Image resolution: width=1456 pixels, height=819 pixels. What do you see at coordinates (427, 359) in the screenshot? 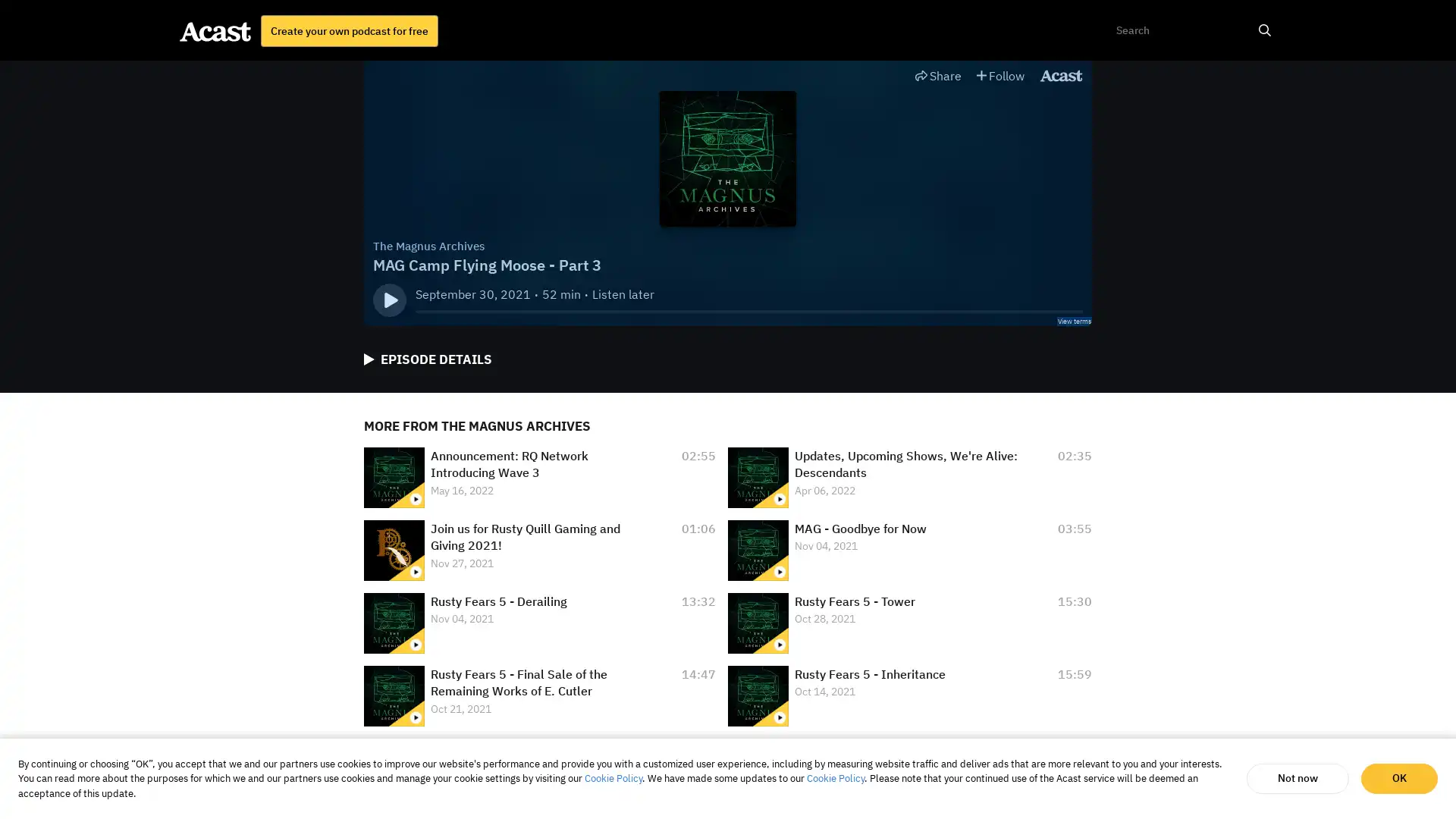
I see `EPISODE DETAILS` at bounding box center [427, 359].